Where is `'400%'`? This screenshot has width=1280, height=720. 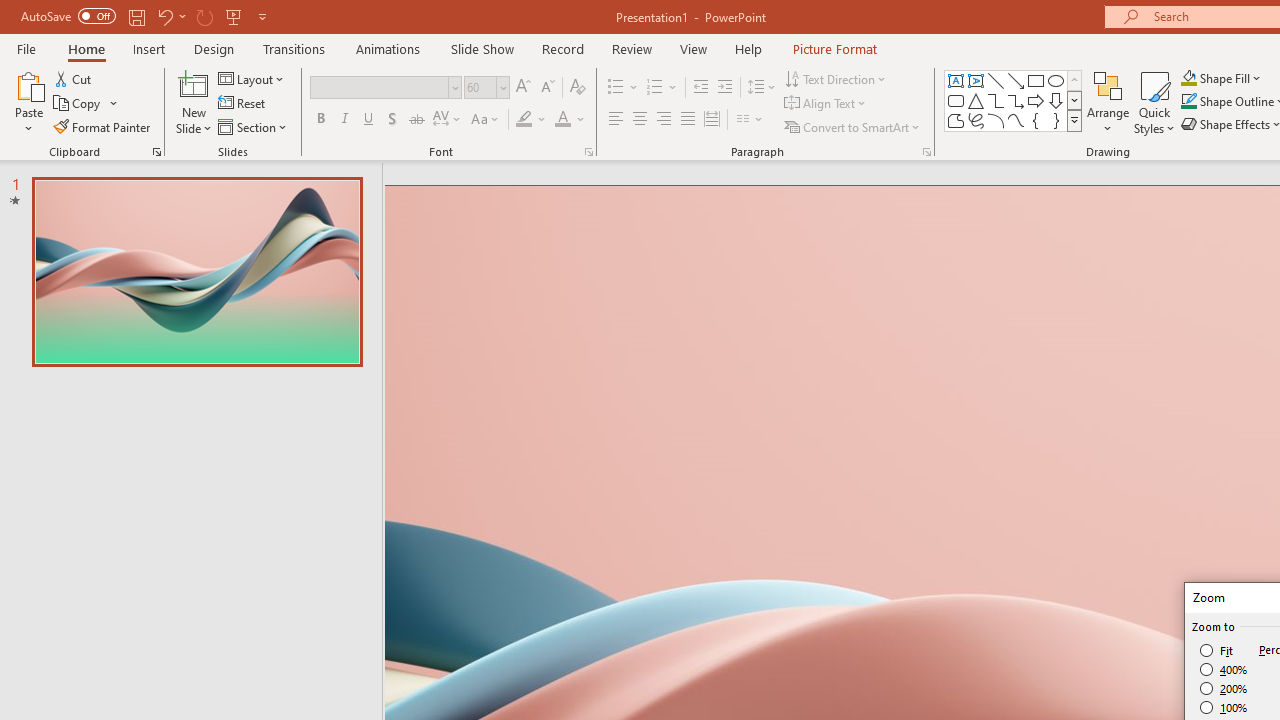
'400%' is located at coordinates (1223, 669).